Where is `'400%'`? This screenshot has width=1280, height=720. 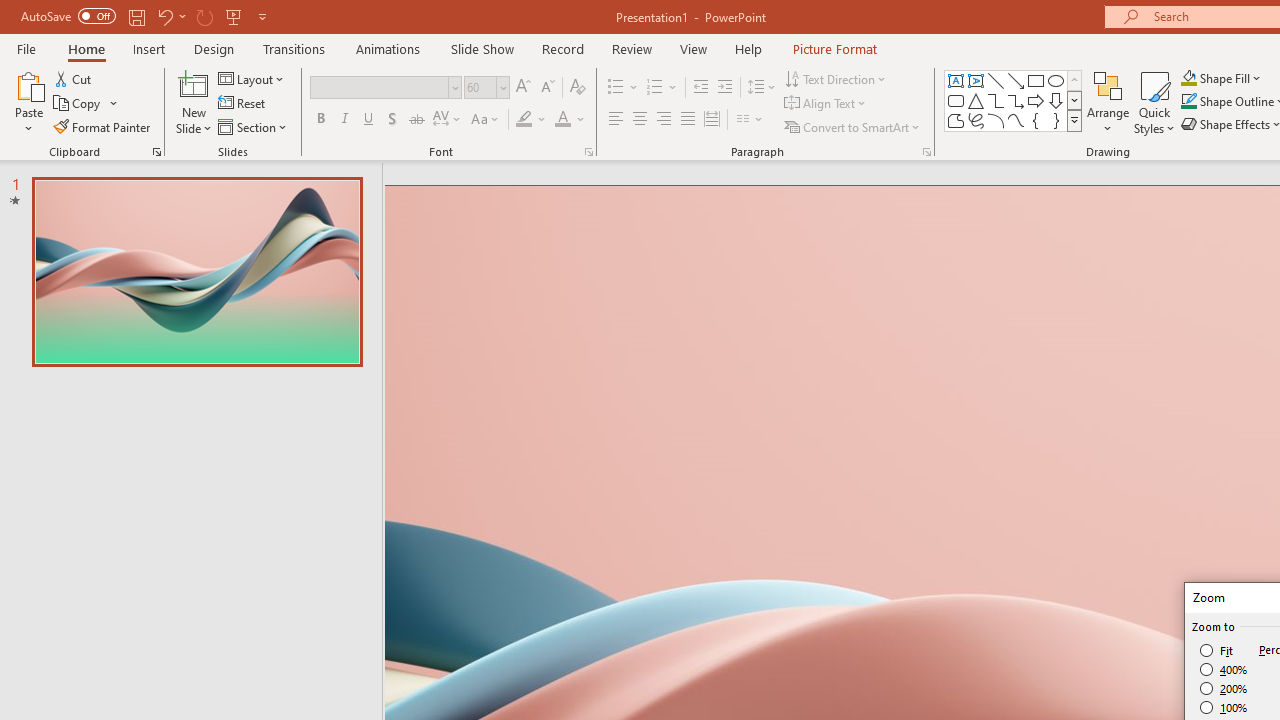
'400%' is located at coordinates (1223, 669).